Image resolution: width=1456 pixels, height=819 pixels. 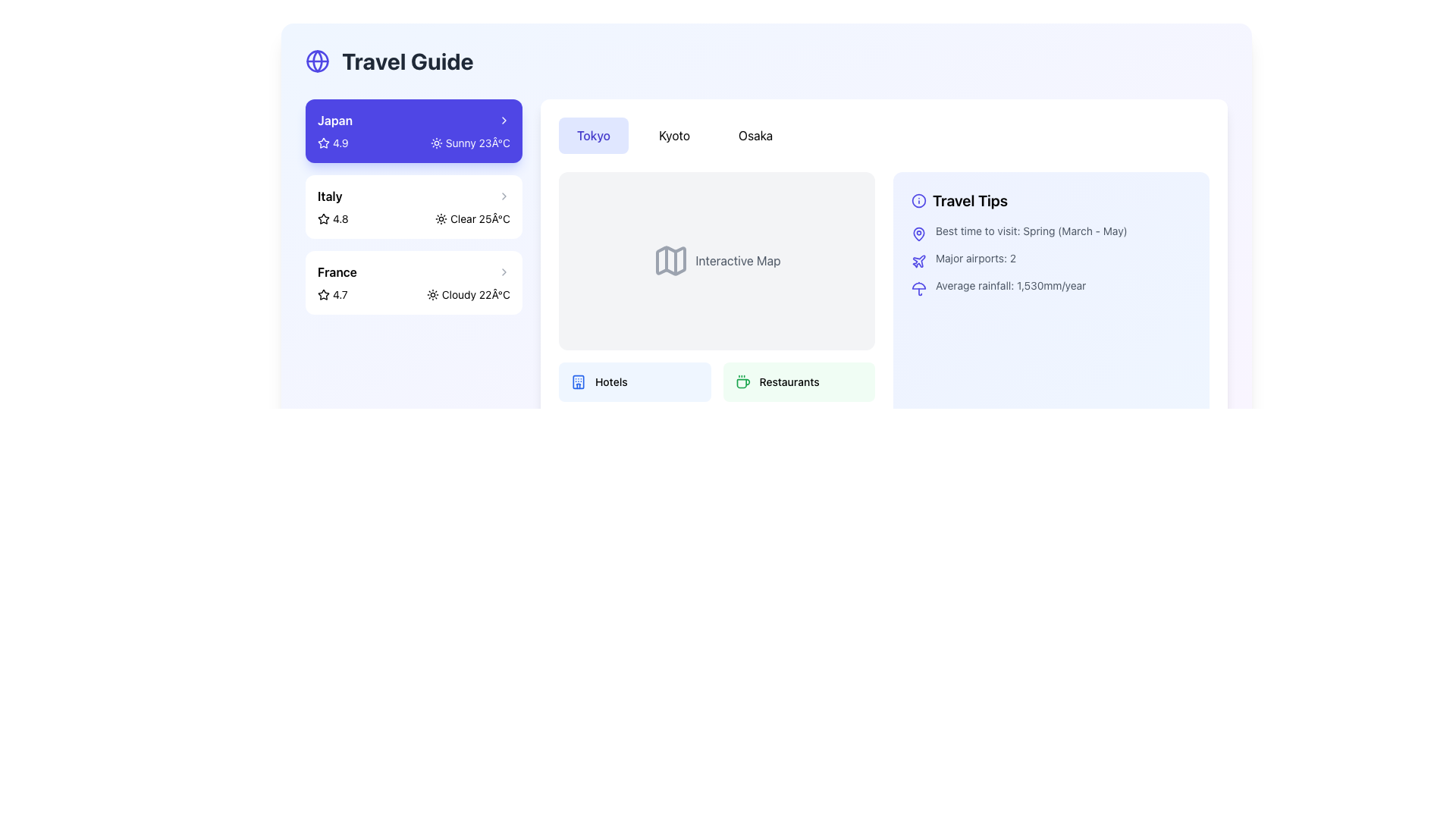 I want to click on text and icons displaying the rating ('4.9') and weather information ('Sunny 23°C') for the region 'Japan', located within the card below the title section, so click(x=414, y=143).